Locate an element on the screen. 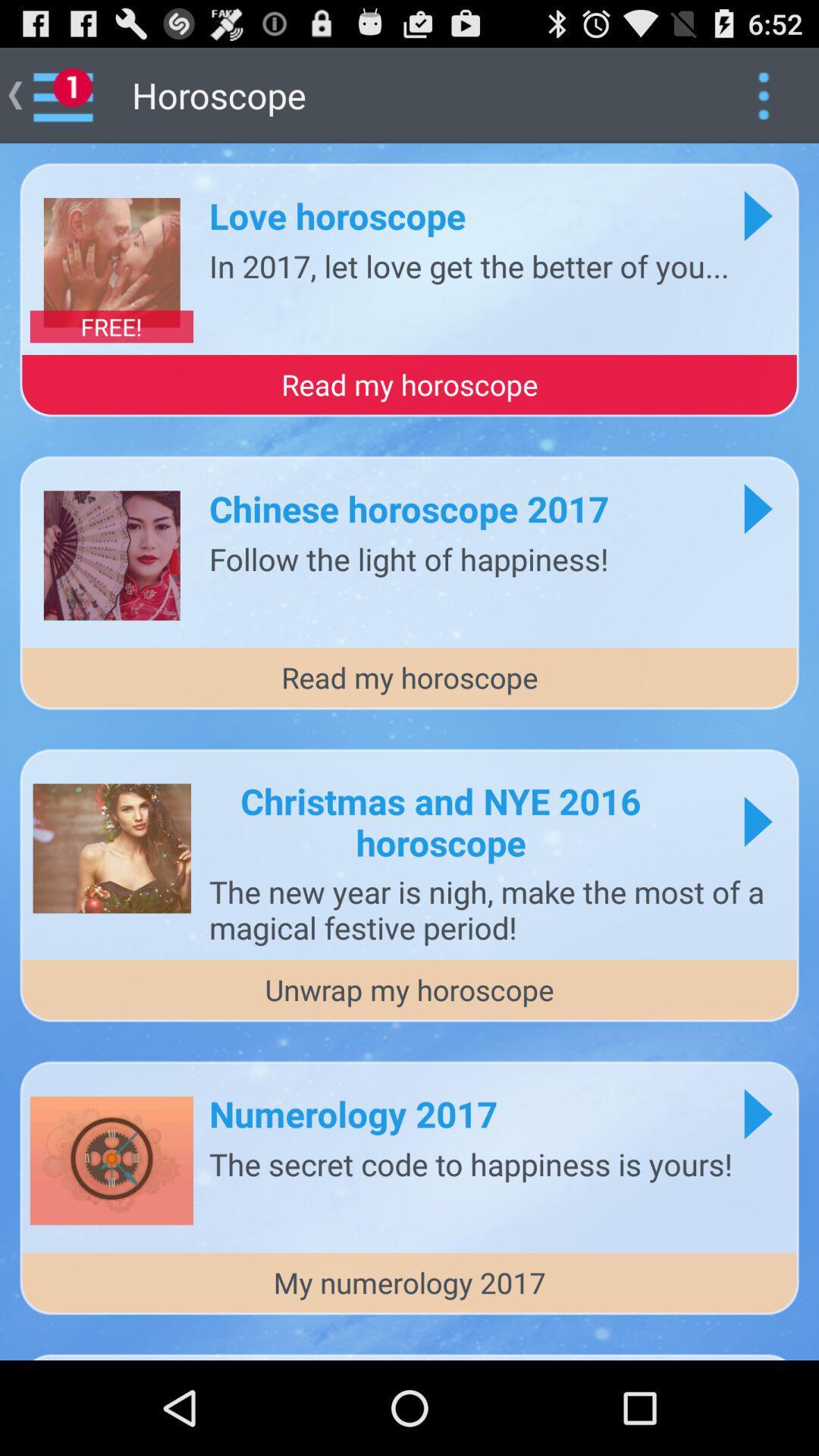  follow the light icon is located at coordinates (408, 557).